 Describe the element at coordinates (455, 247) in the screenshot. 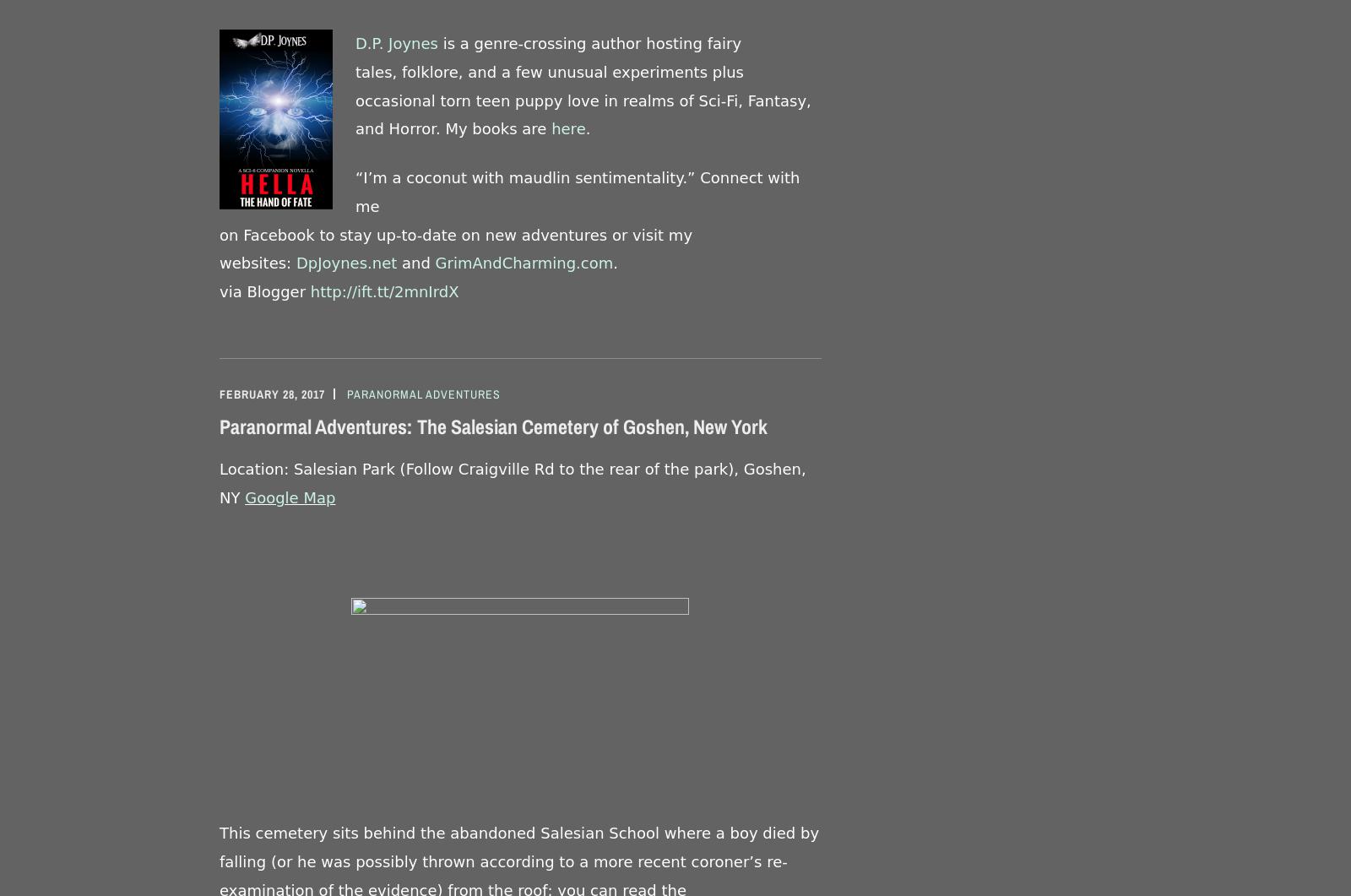

I see `'on Facebook to stay up-to-date on new adventures or visit my websites:'` at that location.